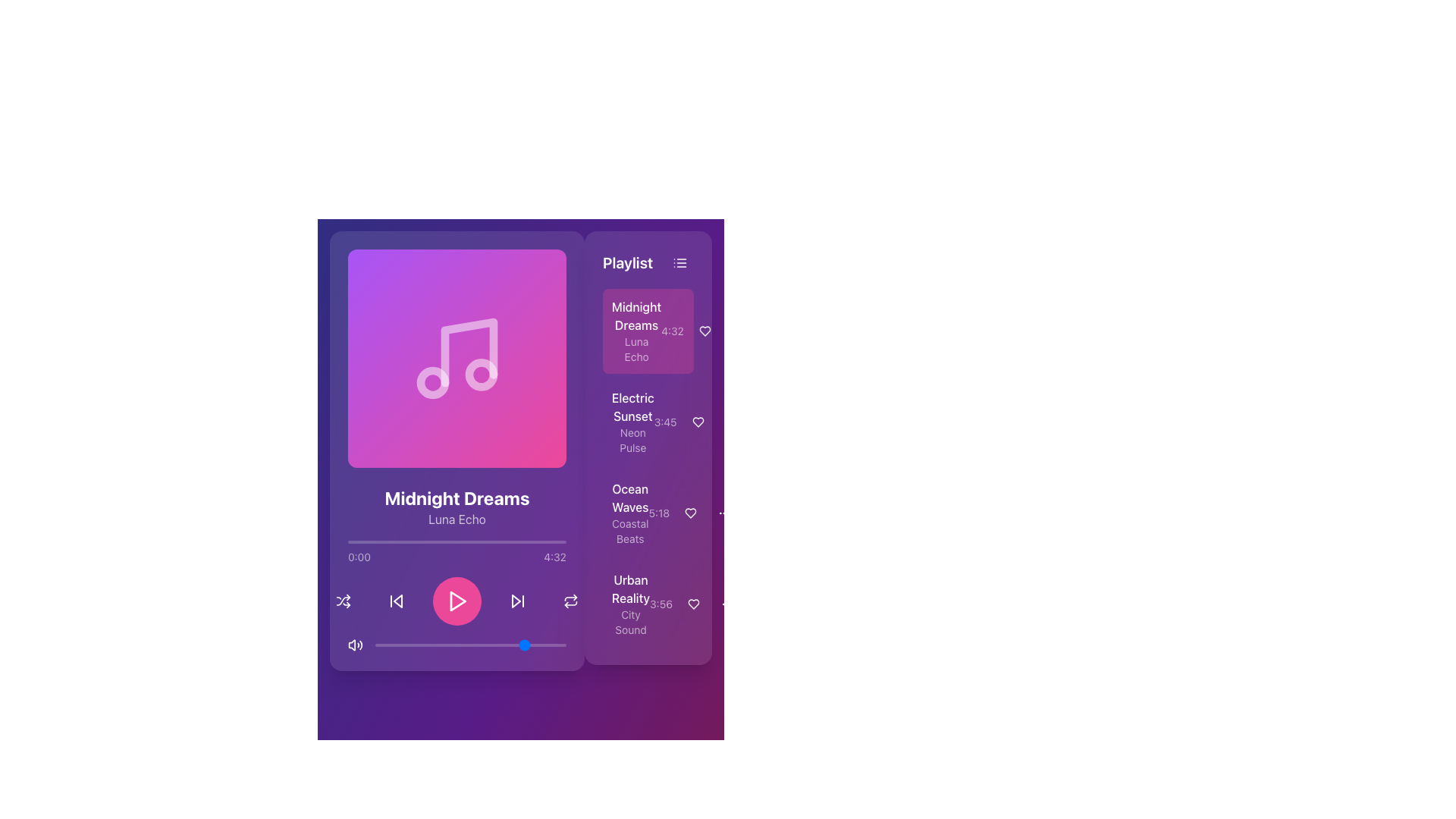 This screenshot has width=1456, height=819. I want to click on the 'favorite' icon button for the track 'Electric Sunset' located to the right of the text '3:45' in the playlist, so click(697, 422).